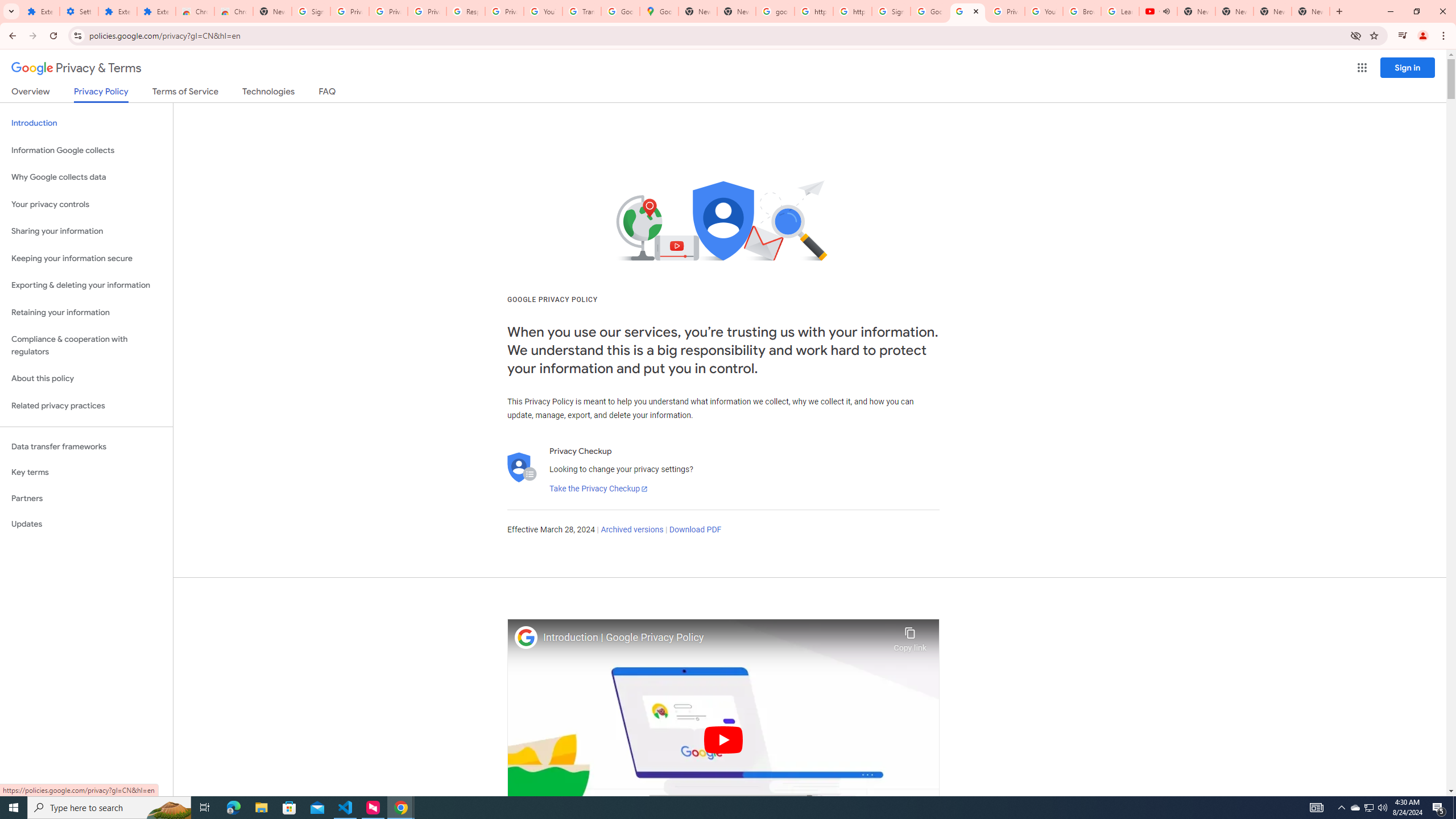 Image resolution: width=1456 pixels, height=819 pixels. Describe the element at coordinates (598, 488) in the screenshot. I see `'Take the Privacy Checkup'` at that location.